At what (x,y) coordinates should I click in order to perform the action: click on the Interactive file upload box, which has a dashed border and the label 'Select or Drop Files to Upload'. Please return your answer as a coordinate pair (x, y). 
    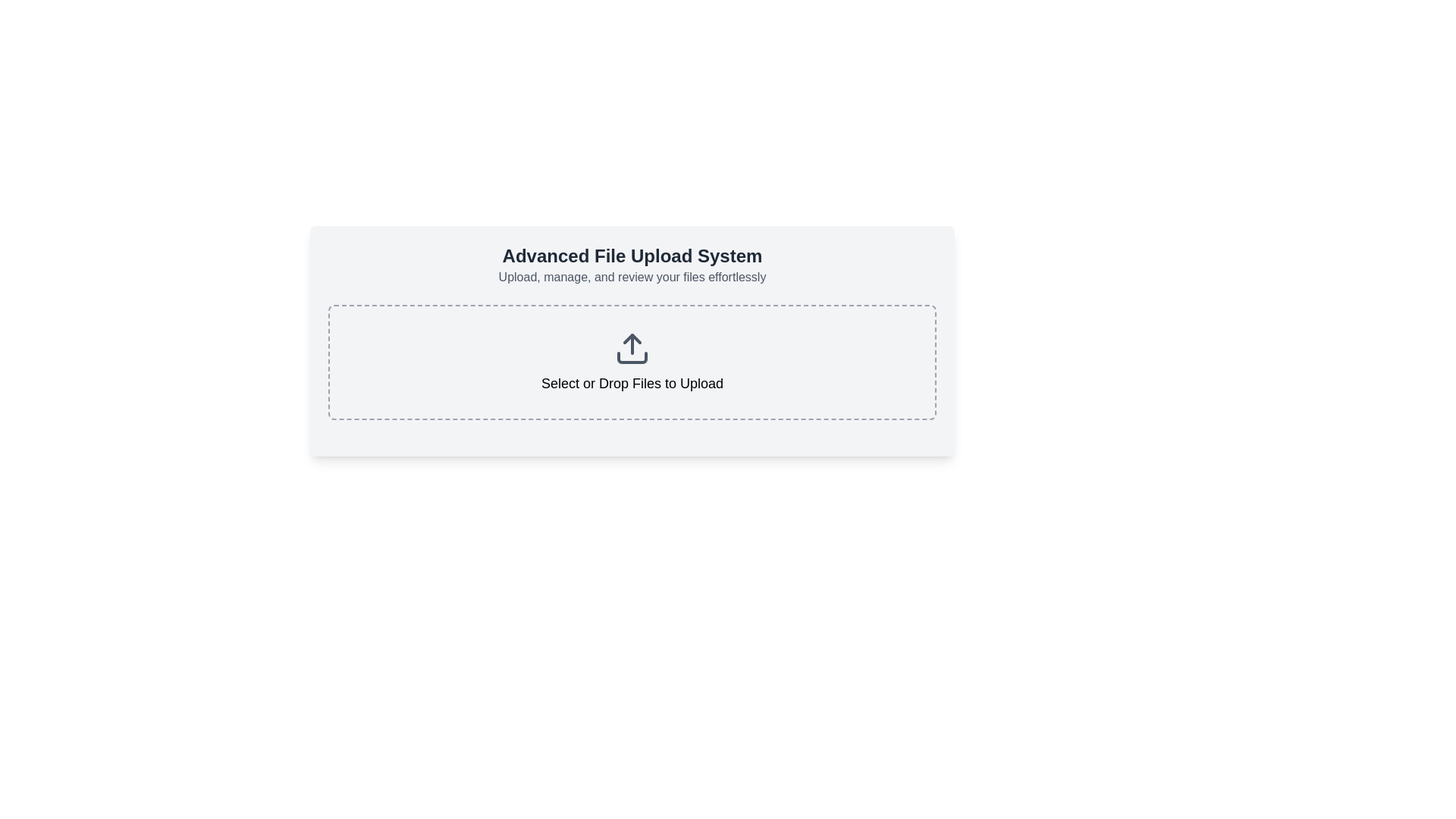
    Looking at the image, I should click on (632, 362).